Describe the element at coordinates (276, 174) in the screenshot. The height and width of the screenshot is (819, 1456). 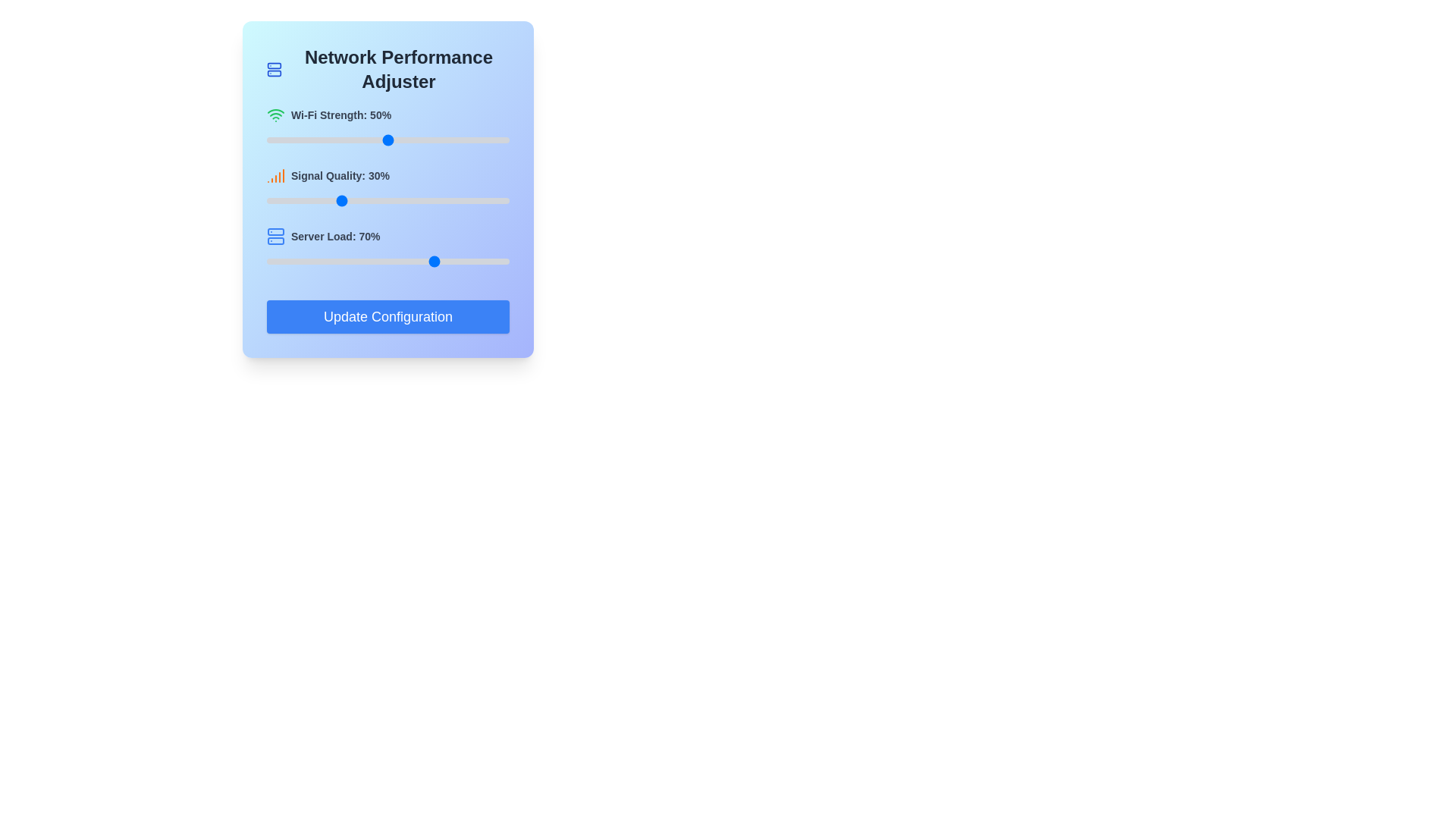
I see `the signal quality icon that visually represents signal quality and is located to the left of the text label showing 'Signal Quality: 30%'` at that location.